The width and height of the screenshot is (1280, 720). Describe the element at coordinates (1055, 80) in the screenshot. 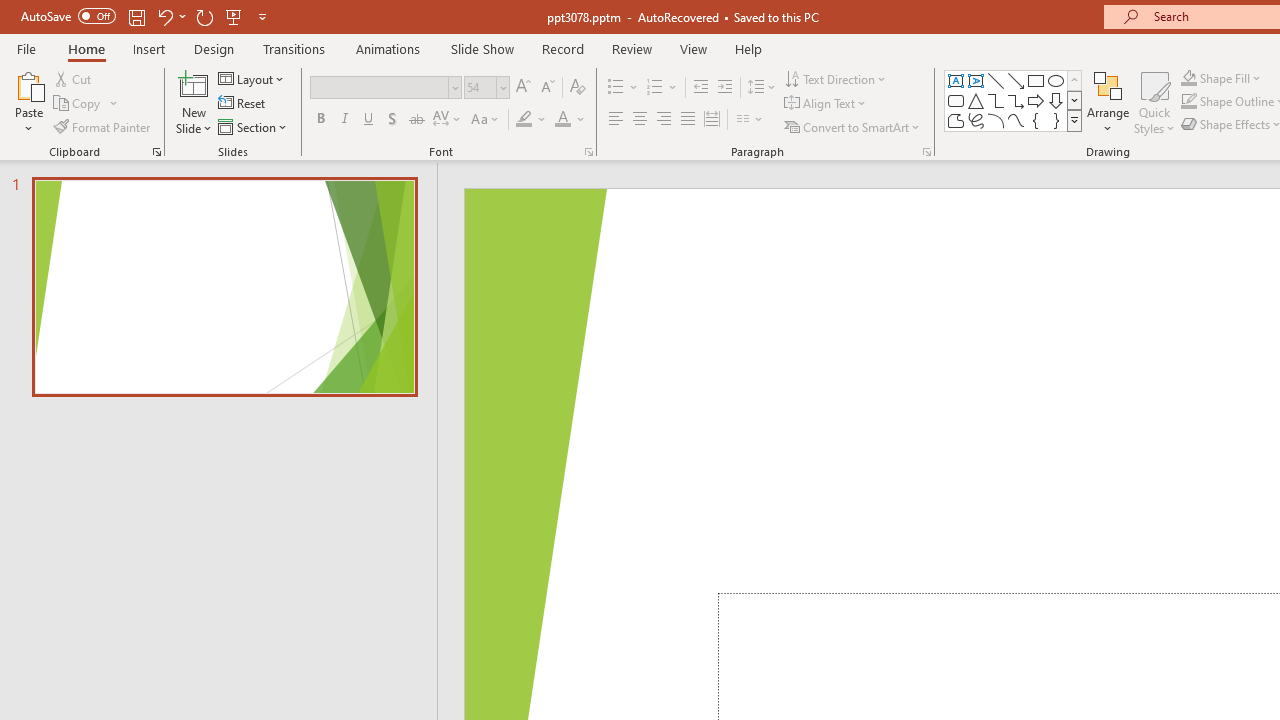

I see `'Oval'` at that location.